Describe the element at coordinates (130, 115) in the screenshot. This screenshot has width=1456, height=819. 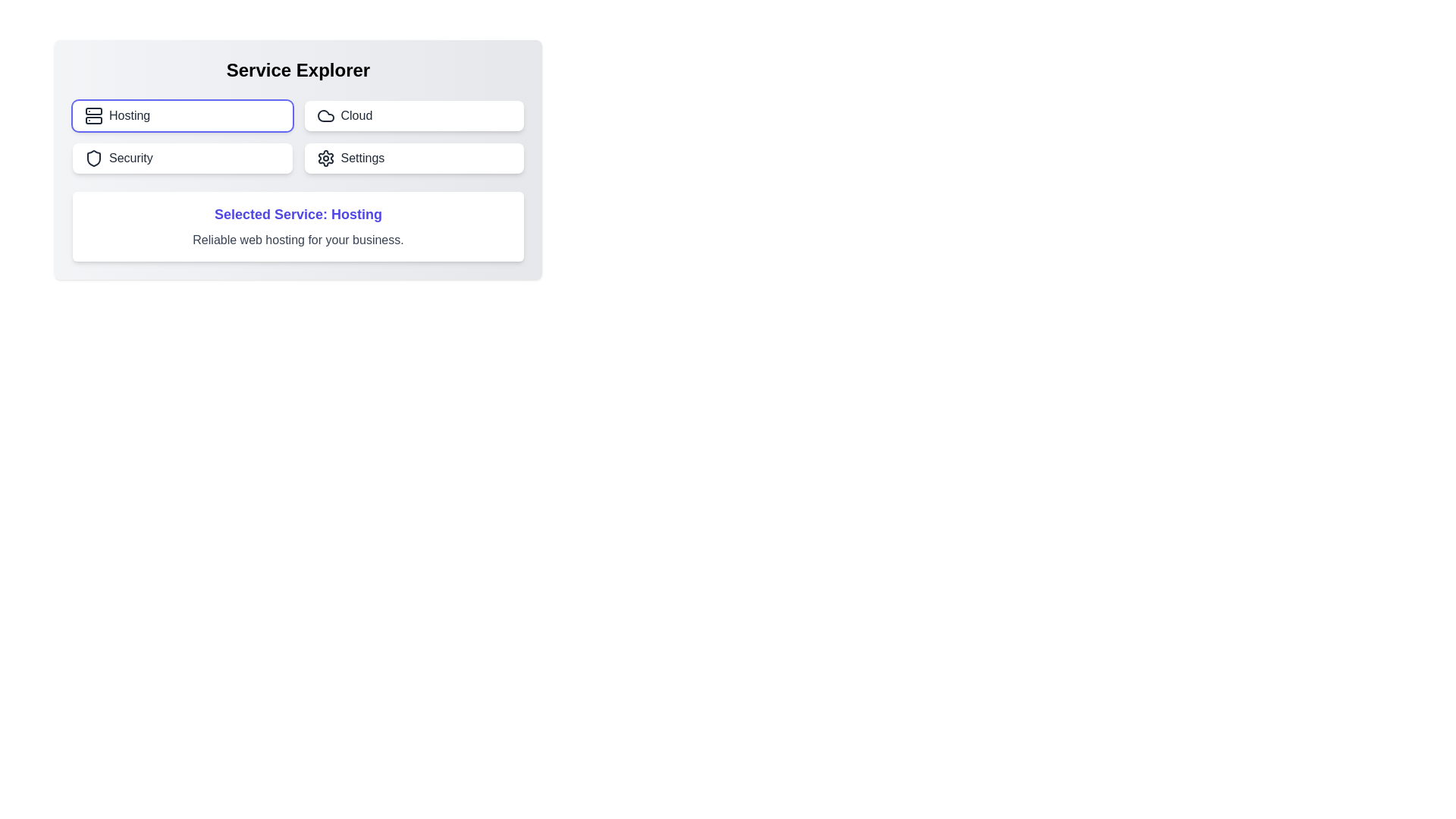
I see `the 'Hosting' text label within the button, which is styled with a medium font weight and located to the right of a server icon in a rounded rectangle` at that location.